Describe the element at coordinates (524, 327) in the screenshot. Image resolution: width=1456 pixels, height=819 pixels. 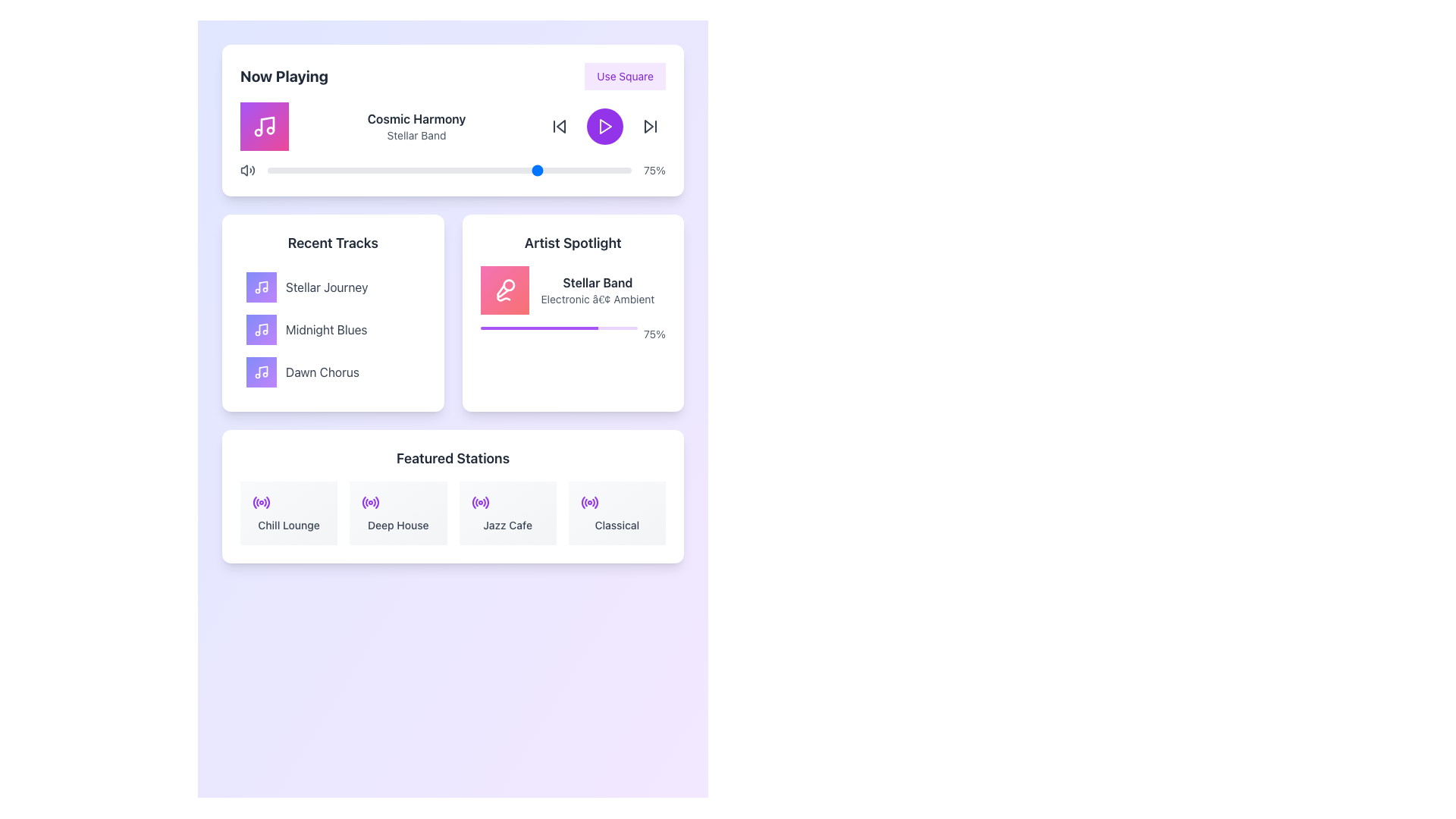
I see `progress` at that location.